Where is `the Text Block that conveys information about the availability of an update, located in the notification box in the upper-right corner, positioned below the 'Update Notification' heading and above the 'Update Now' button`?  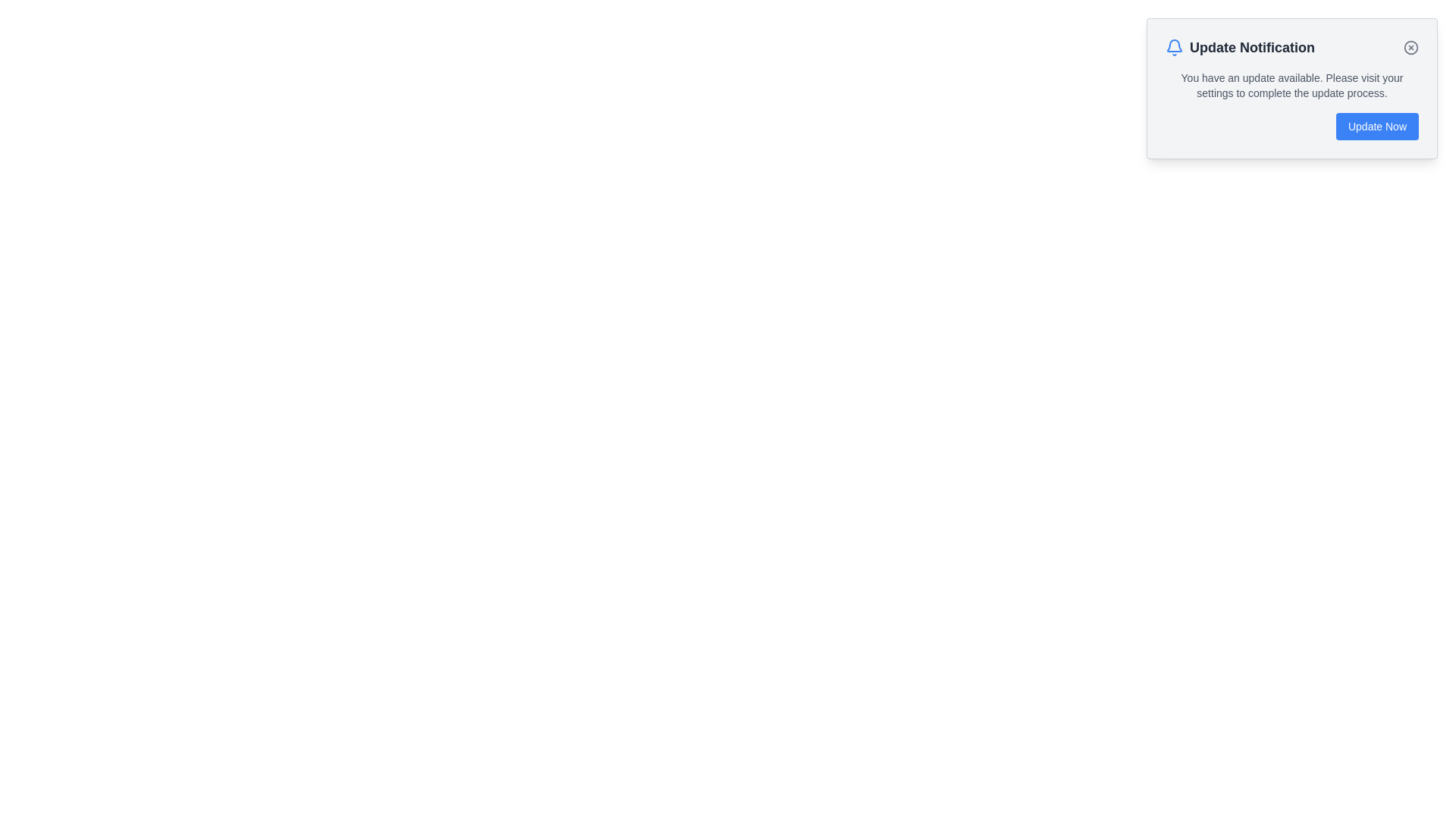 the Text Block that conveys information about the availability of an update, located in the notification box in the upper-right corner, positioned below the 'Update Notification' heading and above the 'Update Now' button is located at coordinates (1291, 85).